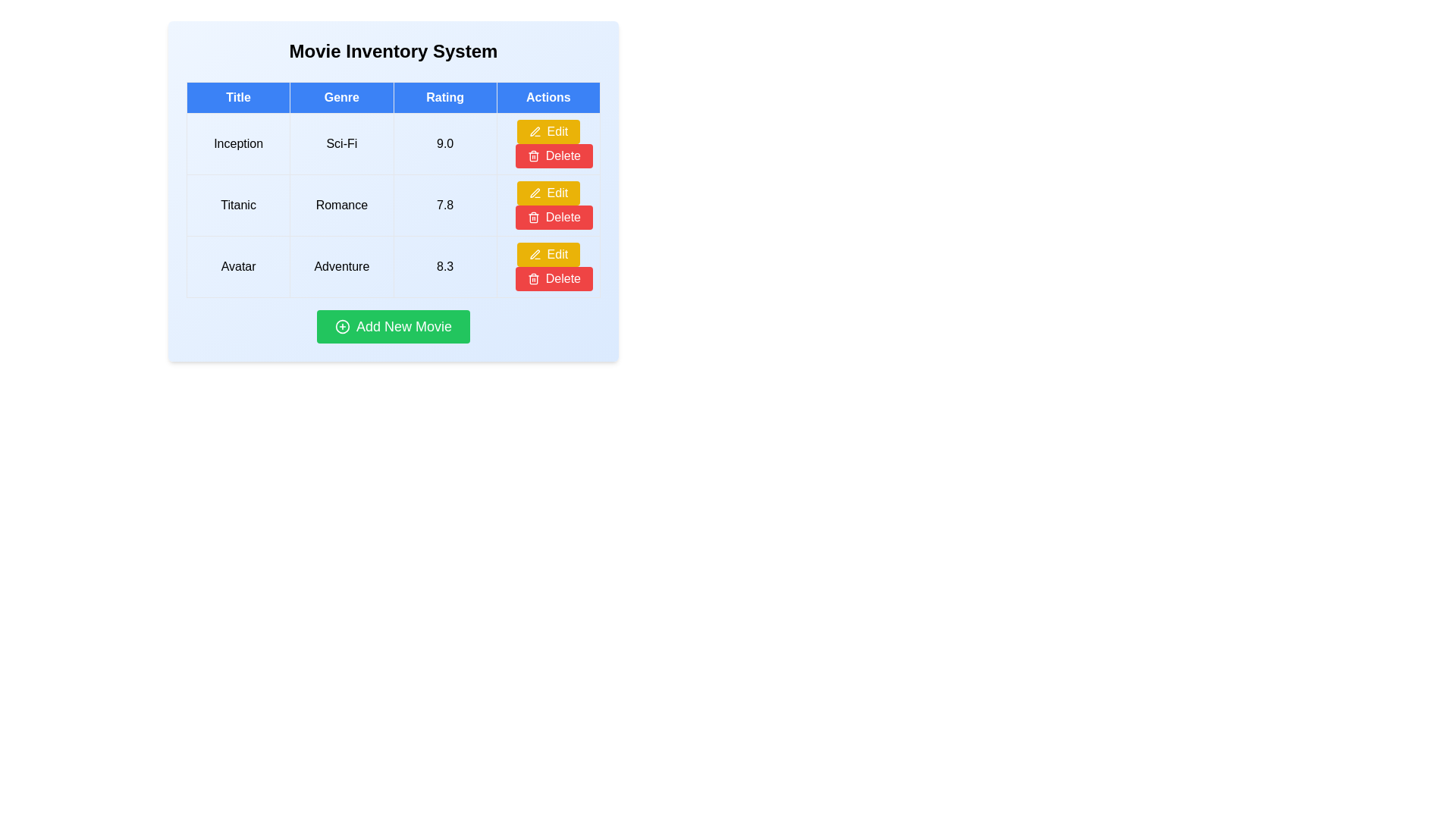 This screenshot has width=1456, height=819. Describe the element at coordinates (237, 205) in the screenshot. I see `the Text label that identifies the title of a movie entry in the second row and first column of the data table` at that location.